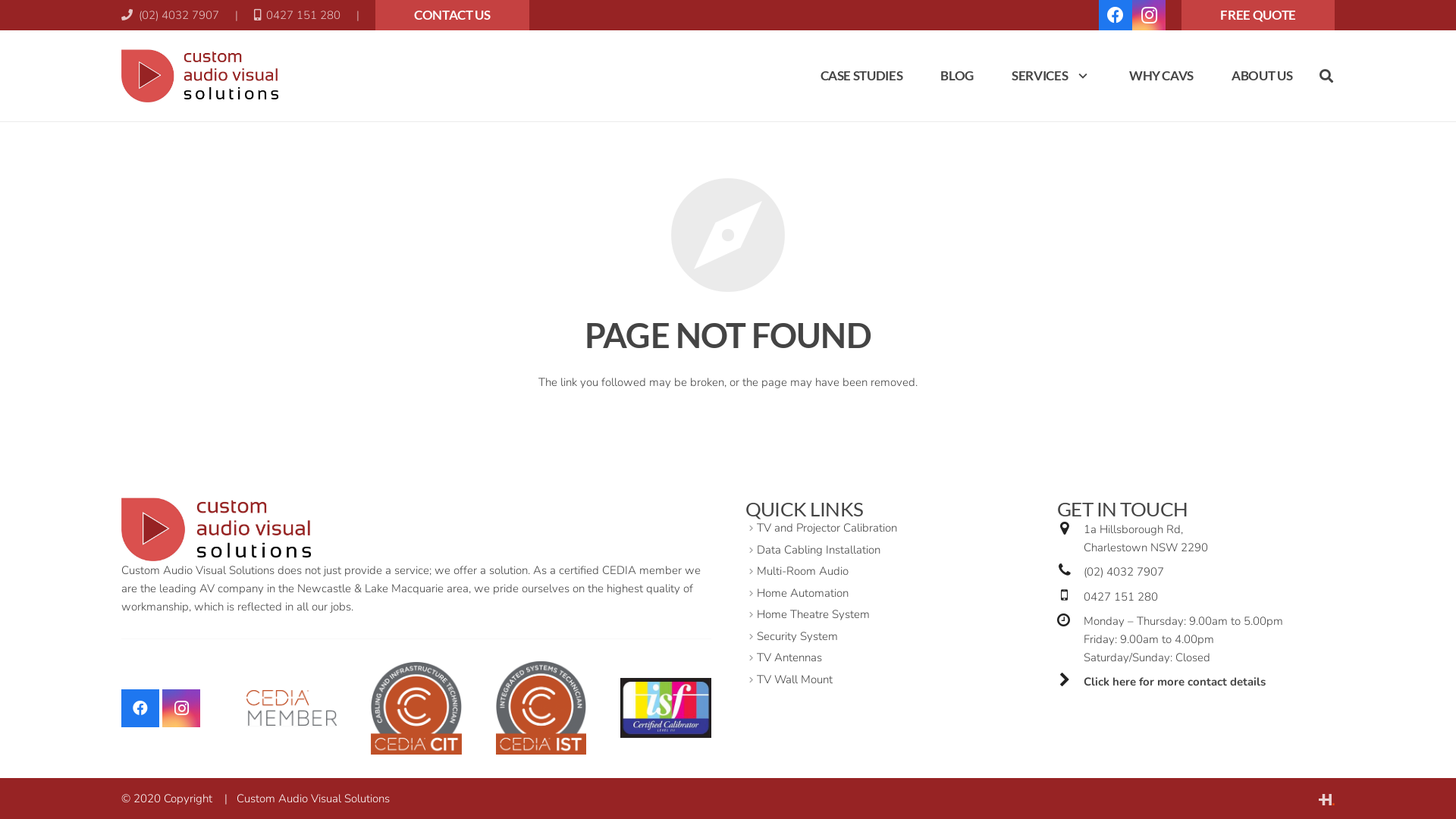 The width and height of the screenshot is (1456, 819). What do you see at coordinates (1326, 798) in the screenshot?
I see `'Website by HyperWeb'` at bounding box center [1326, 798].